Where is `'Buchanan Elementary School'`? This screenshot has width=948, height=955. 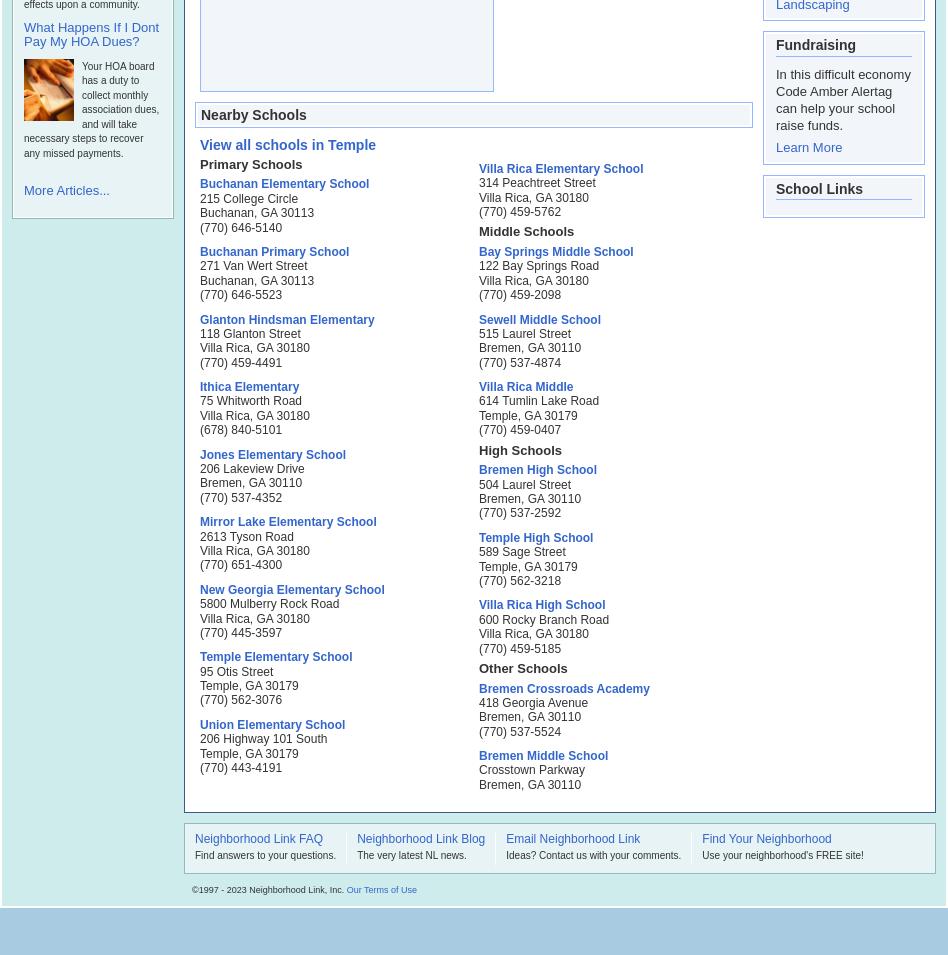
'Buchanan Elementary School' is located at coordinates (284, 184).